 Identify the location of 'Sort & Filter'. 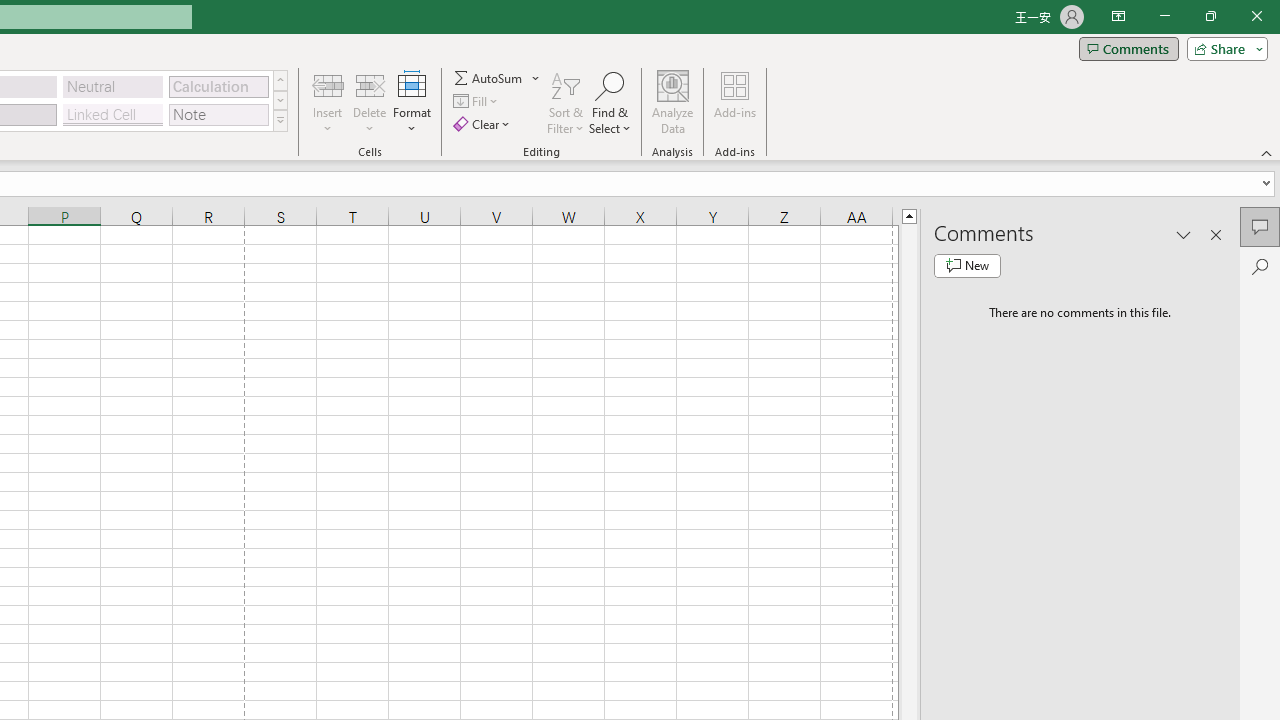
(565, 103).